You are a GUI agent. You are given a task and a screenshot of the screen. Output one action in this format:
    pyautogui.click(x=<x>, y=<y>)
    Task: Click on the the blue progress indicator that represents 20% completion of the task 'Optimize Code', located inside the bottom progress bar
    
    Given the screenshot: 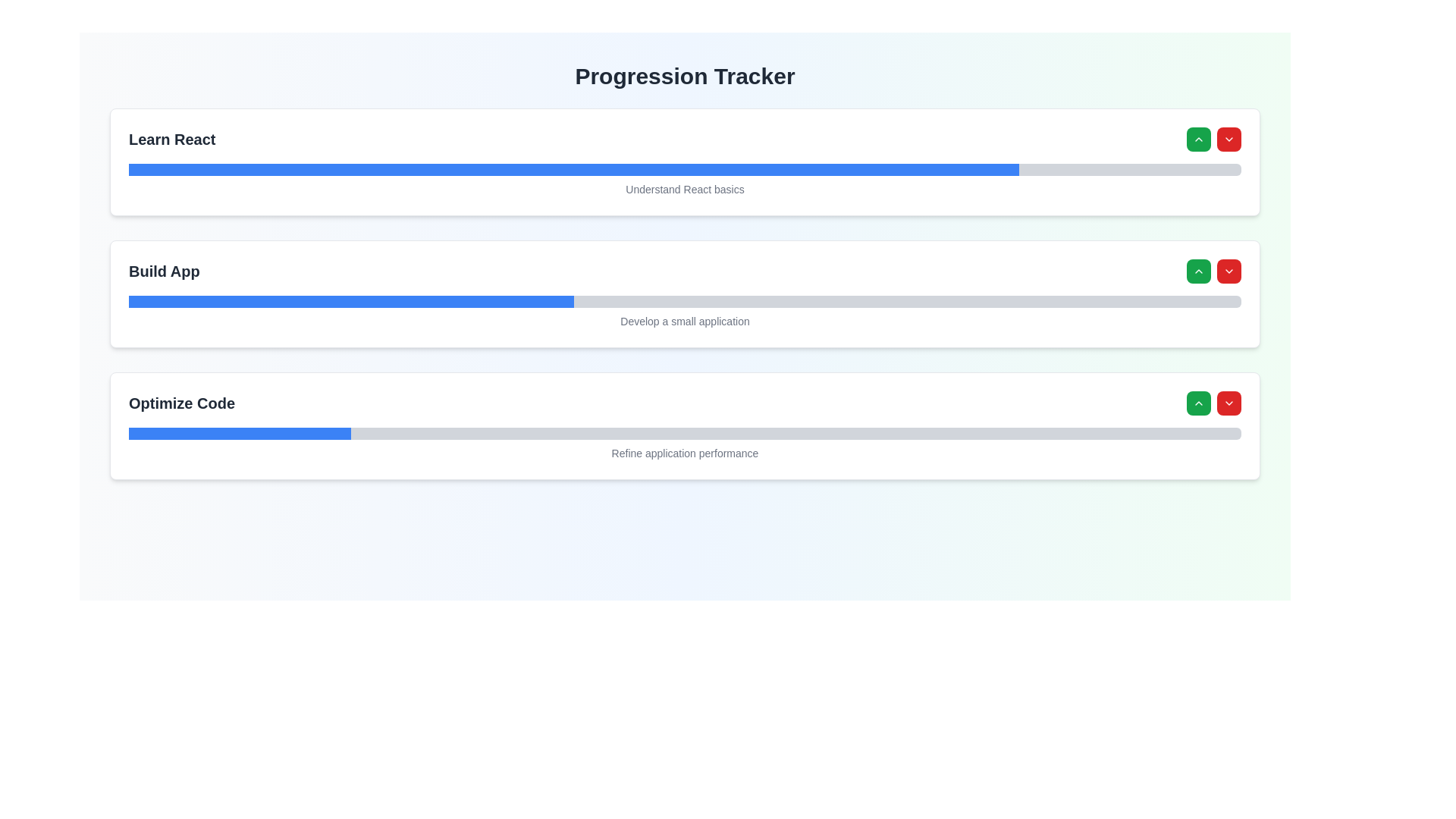 What is the action you would take?
    pyautogui.click(x=239, y=433)
    